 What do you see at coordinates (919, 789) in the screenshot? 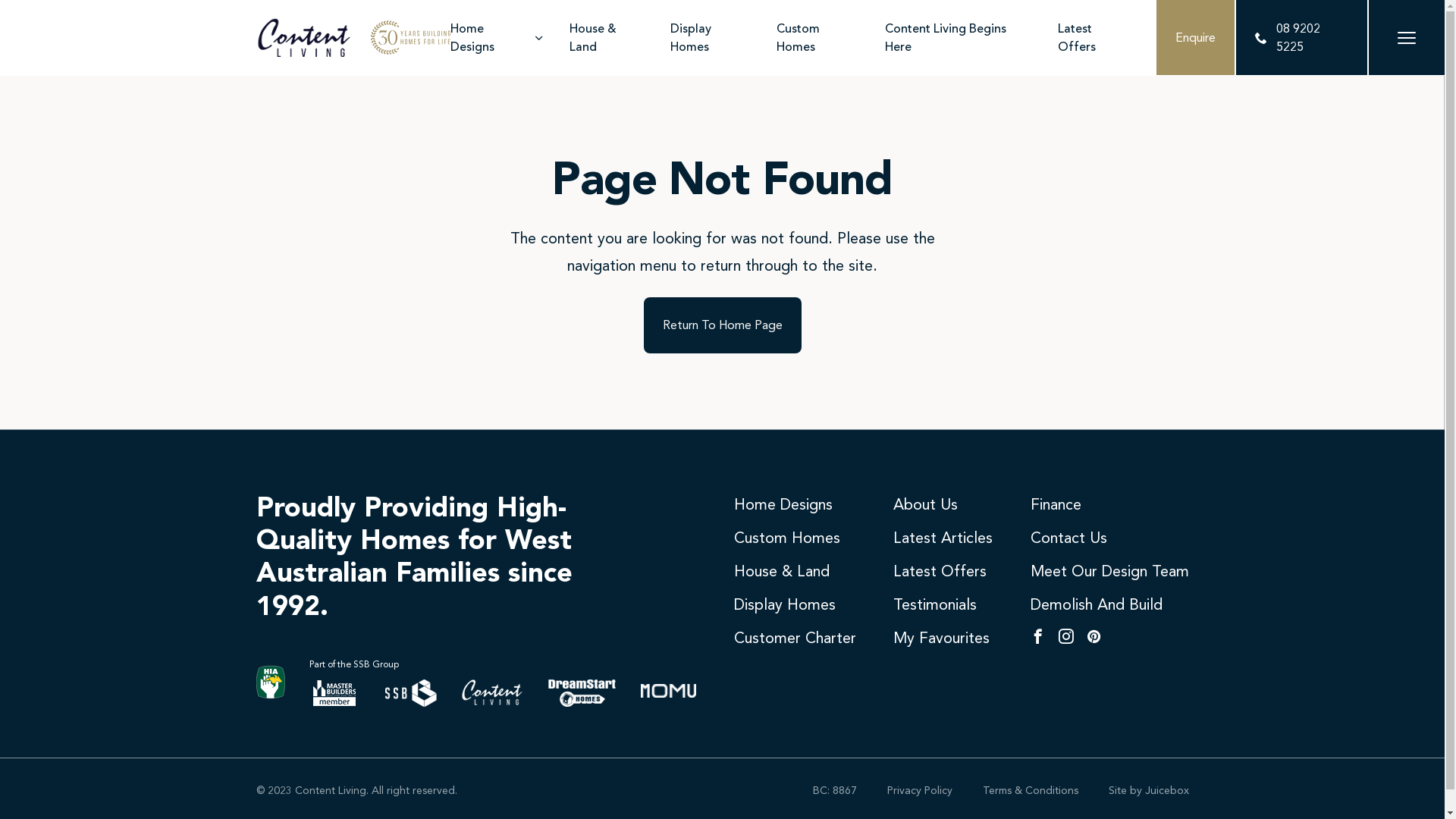
I see `'Privacy Policy'` at bounding box center [919, 789].